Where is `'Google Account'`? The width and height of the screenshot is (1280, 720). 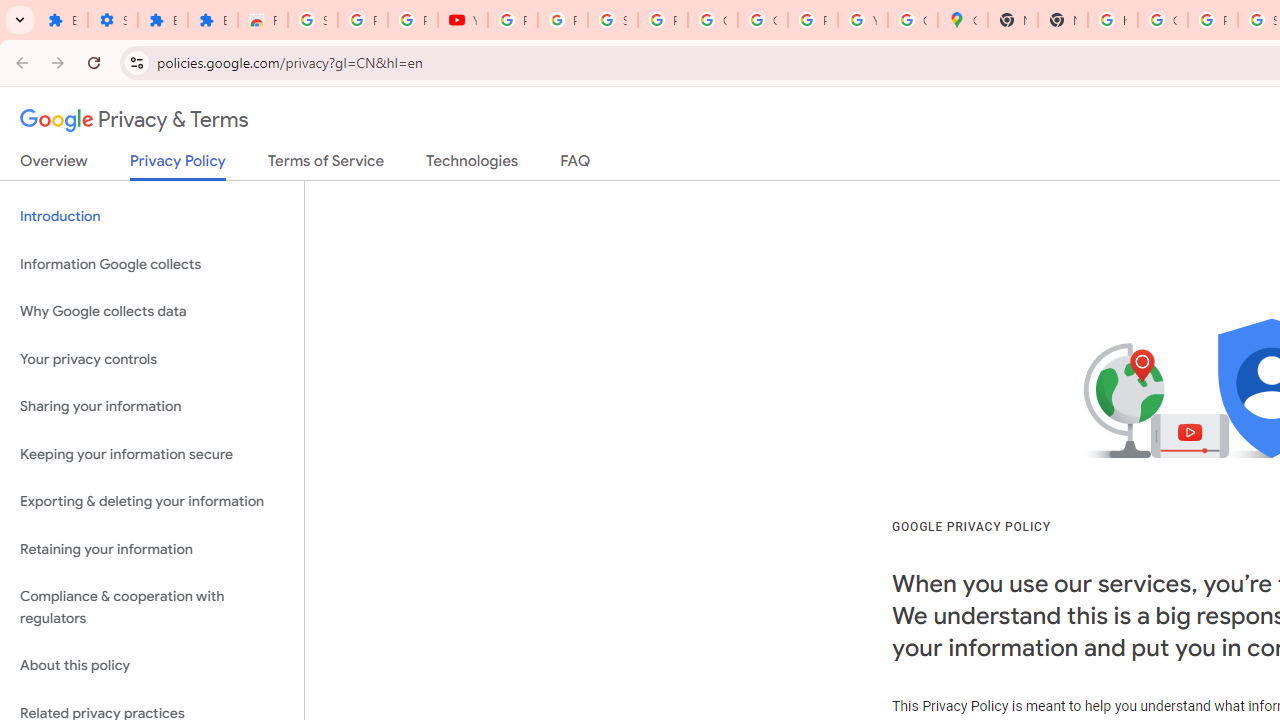
'Google Account' is located at coordinates (712, 20).